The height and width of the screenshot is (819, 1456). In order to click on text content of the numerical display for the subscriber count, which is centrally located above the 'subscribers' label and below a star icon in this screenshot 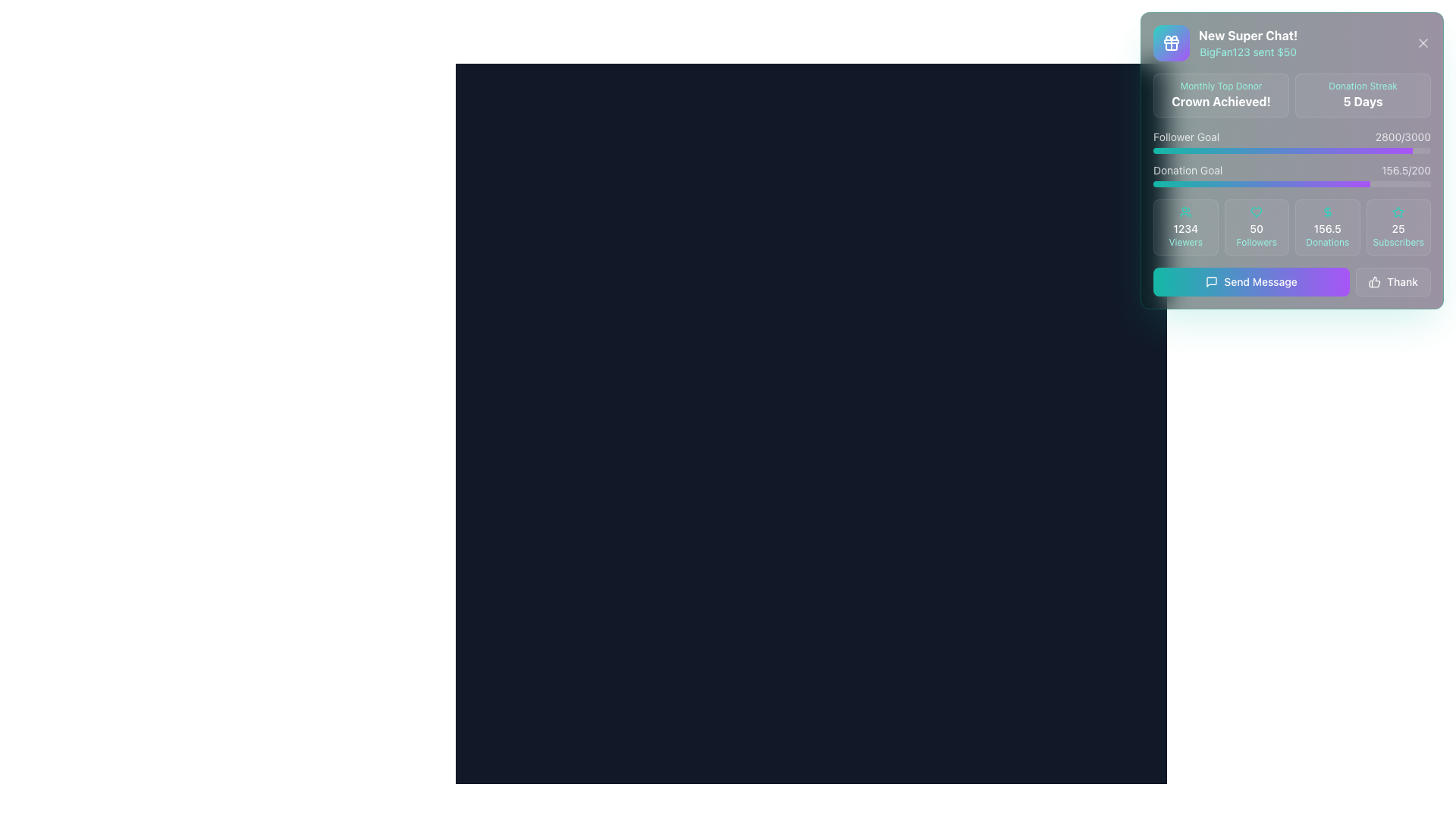, I will do `click(1398, 228)`.